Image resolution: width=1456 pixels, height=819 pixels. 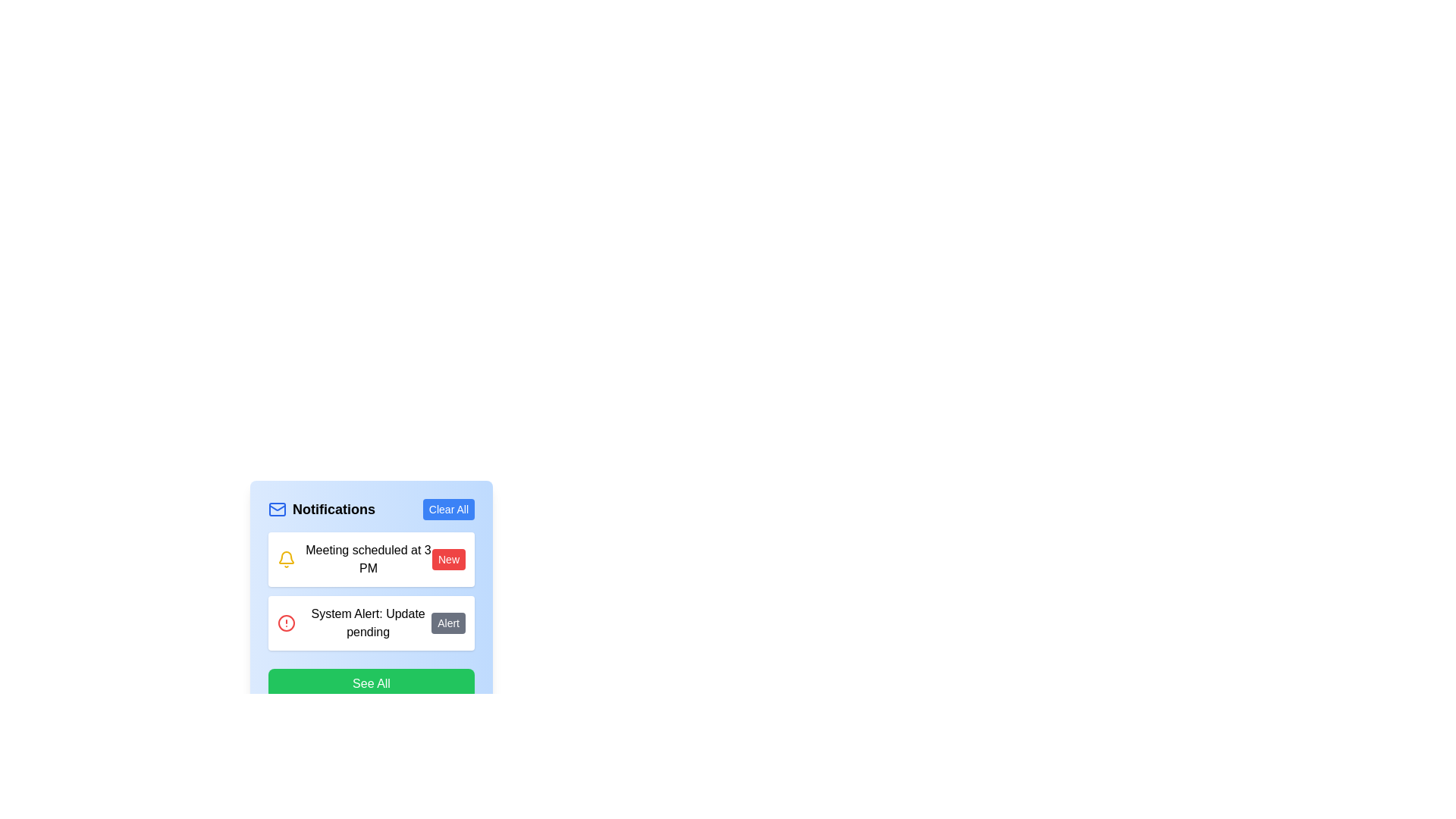 I want to click on the notification card that informs the user of a pending system update, located below the 'Meeting scheduled at 3 PM' card and above the 'See All' button, so click(x=371, y=623).